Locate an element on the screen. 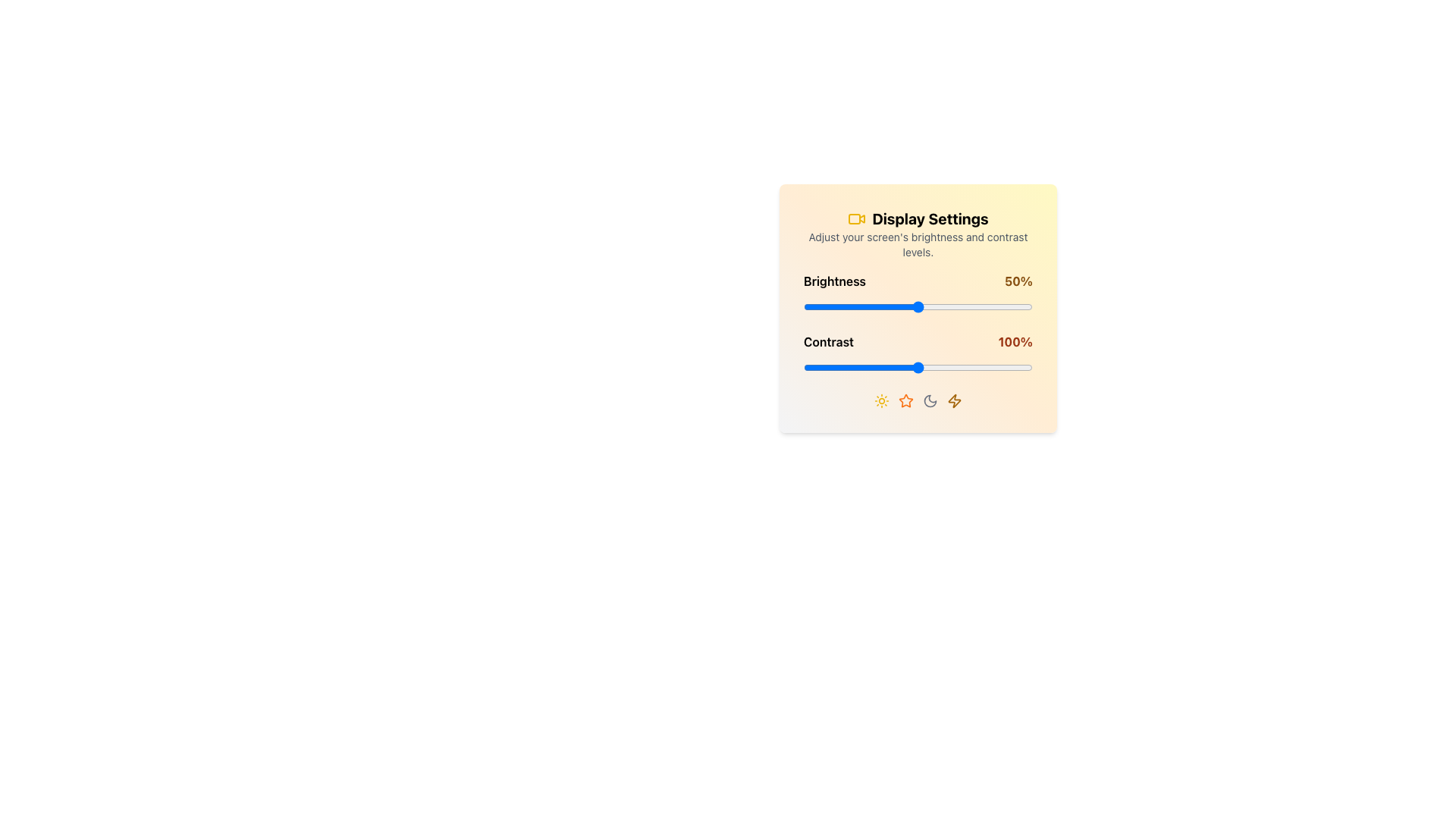  the brightness level indicator text located to the right of the 'Brightness' label in the Display Settings panel is located at coordinates (1018, 281).